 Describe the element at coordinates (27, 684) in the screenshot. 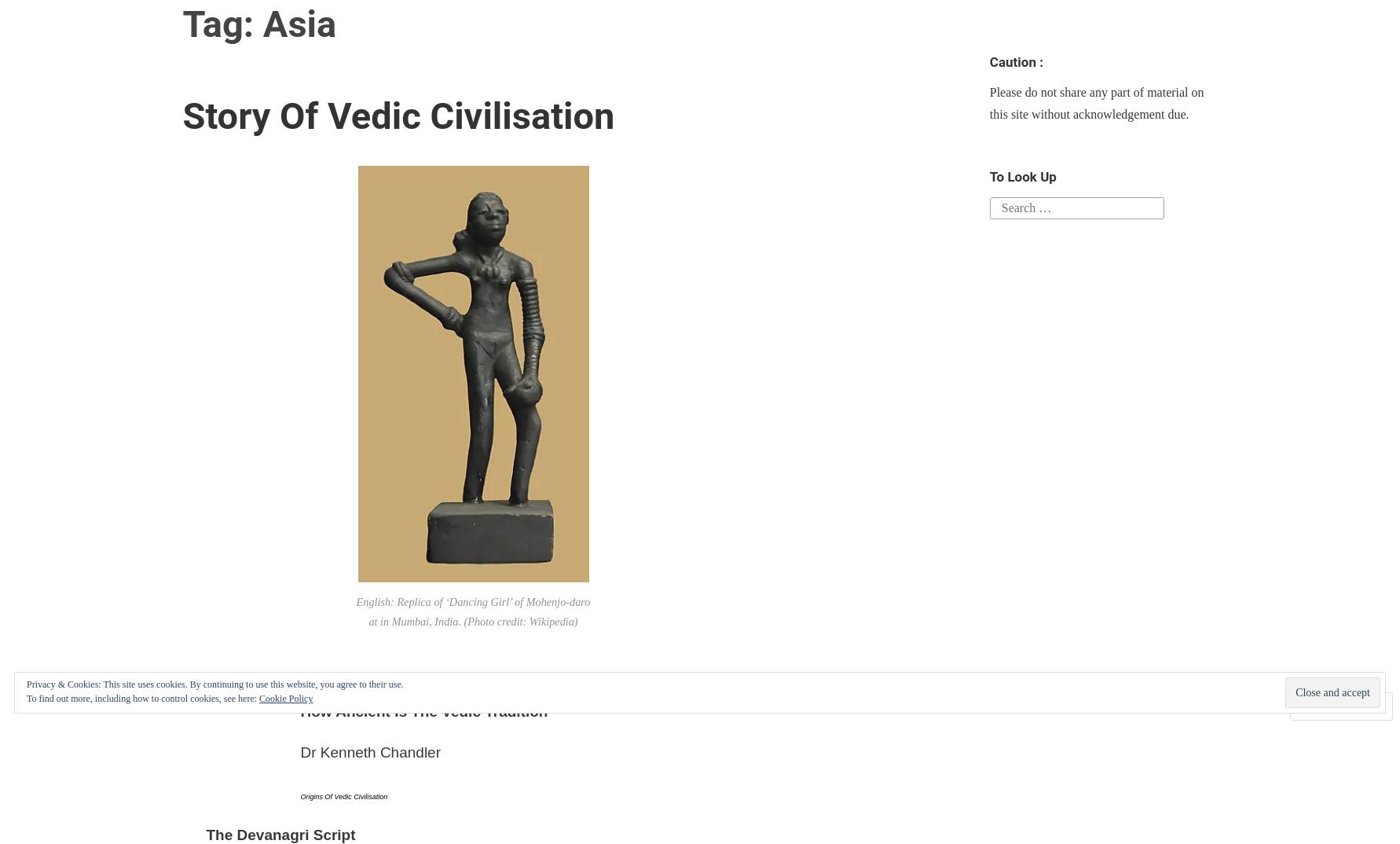

I see `'Privacy & Cookies: This site uses cookies. By continuing to use this website, you agree to their use.'` at that location.